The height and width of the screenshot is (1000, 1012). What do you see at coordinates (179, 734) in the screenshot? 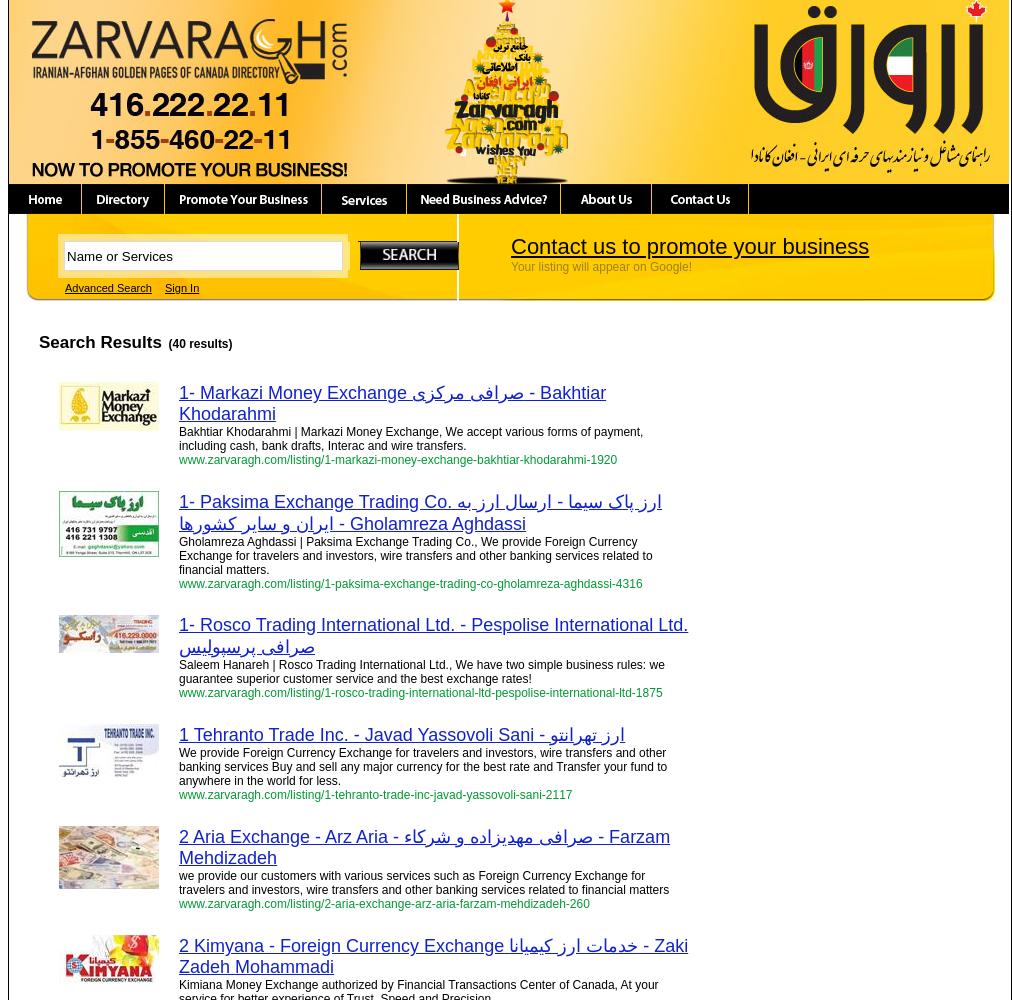
I see `'1 Tehranto Trade Inc. - Javad Yassovoli Sani - ارز تهرانتو'` at bounding box center [179, 734].